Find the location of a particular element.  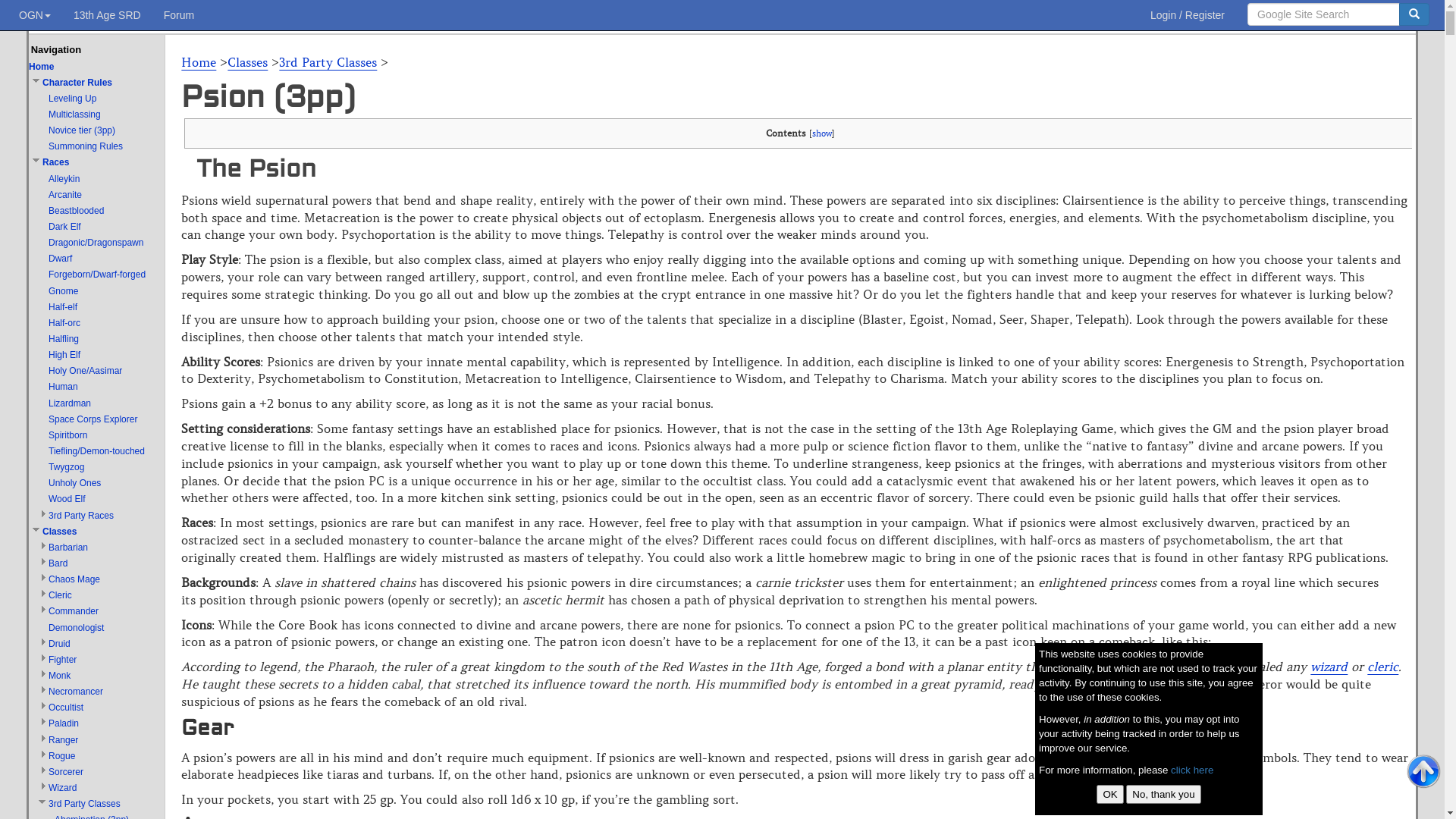

'Wood Elf' is located at coordinates (65, 499).